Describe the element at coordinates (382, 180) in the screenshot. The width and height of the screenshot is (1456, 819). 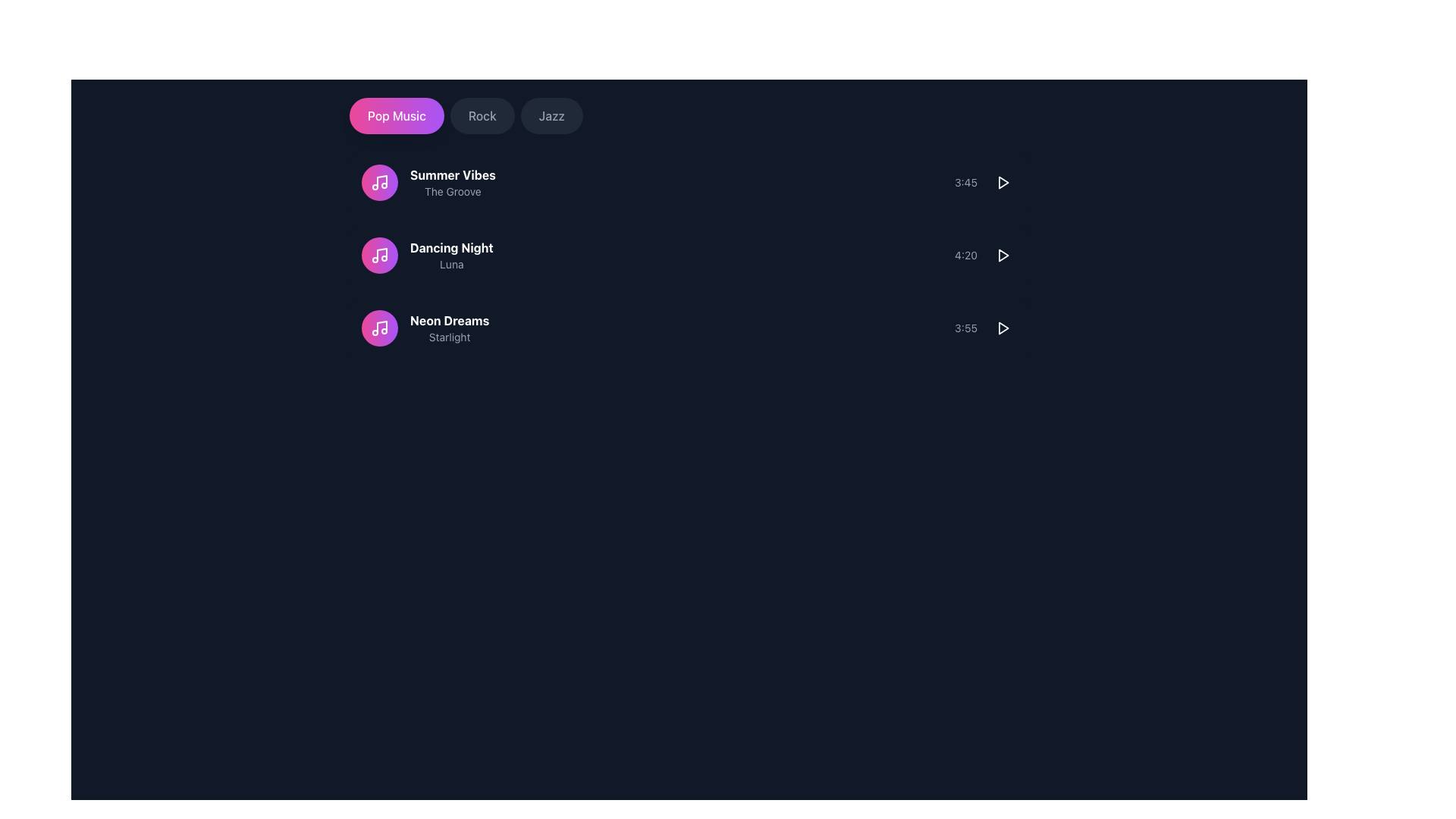
I see `the SVG graphical segment depicting a musical component within the first circular pink icon for the track 'Summer Vibes' for visual feedback` at that location.